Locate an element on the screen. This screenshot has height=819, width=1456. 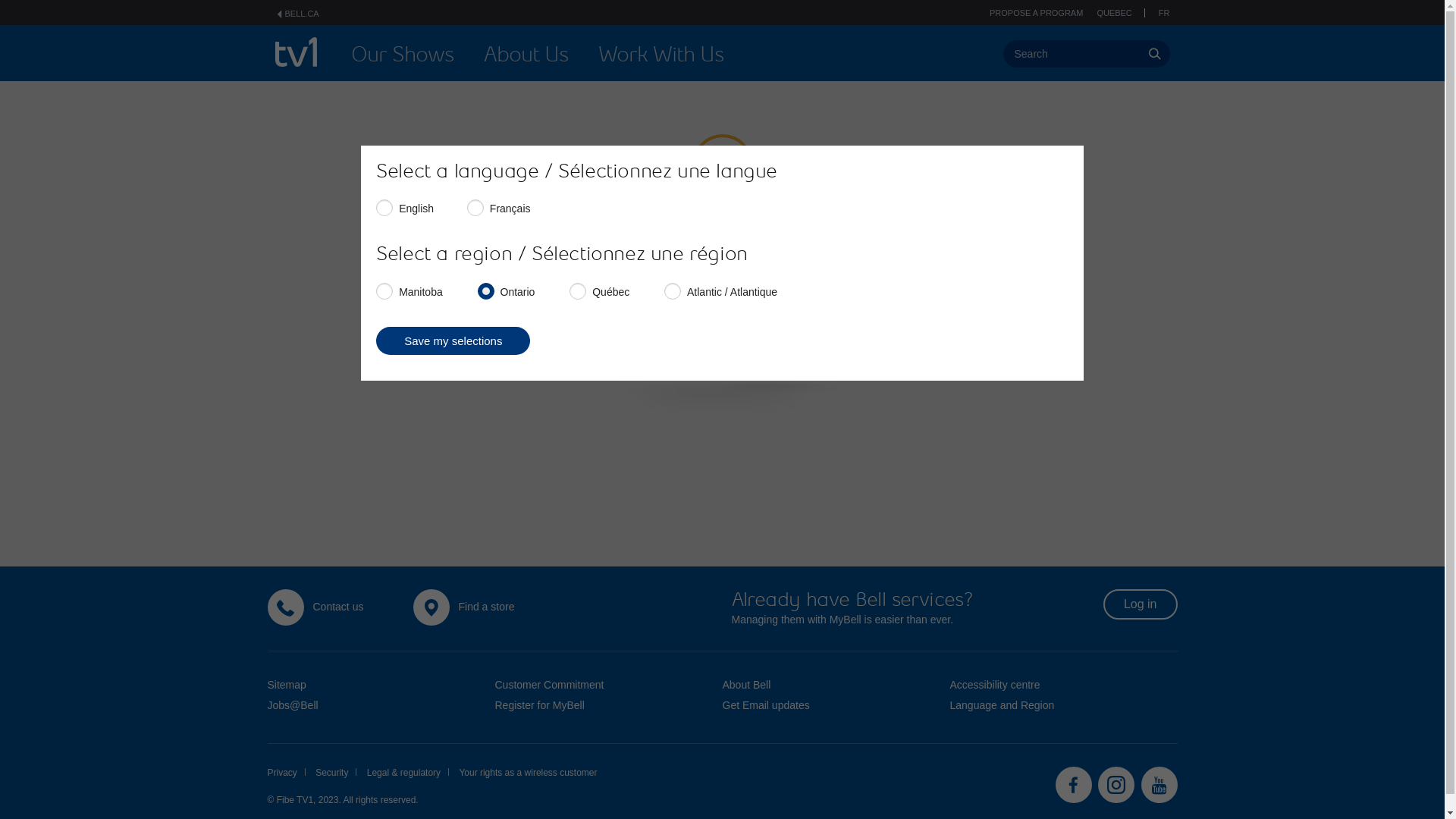
'Find a store' is located at coordinates (486, 607).